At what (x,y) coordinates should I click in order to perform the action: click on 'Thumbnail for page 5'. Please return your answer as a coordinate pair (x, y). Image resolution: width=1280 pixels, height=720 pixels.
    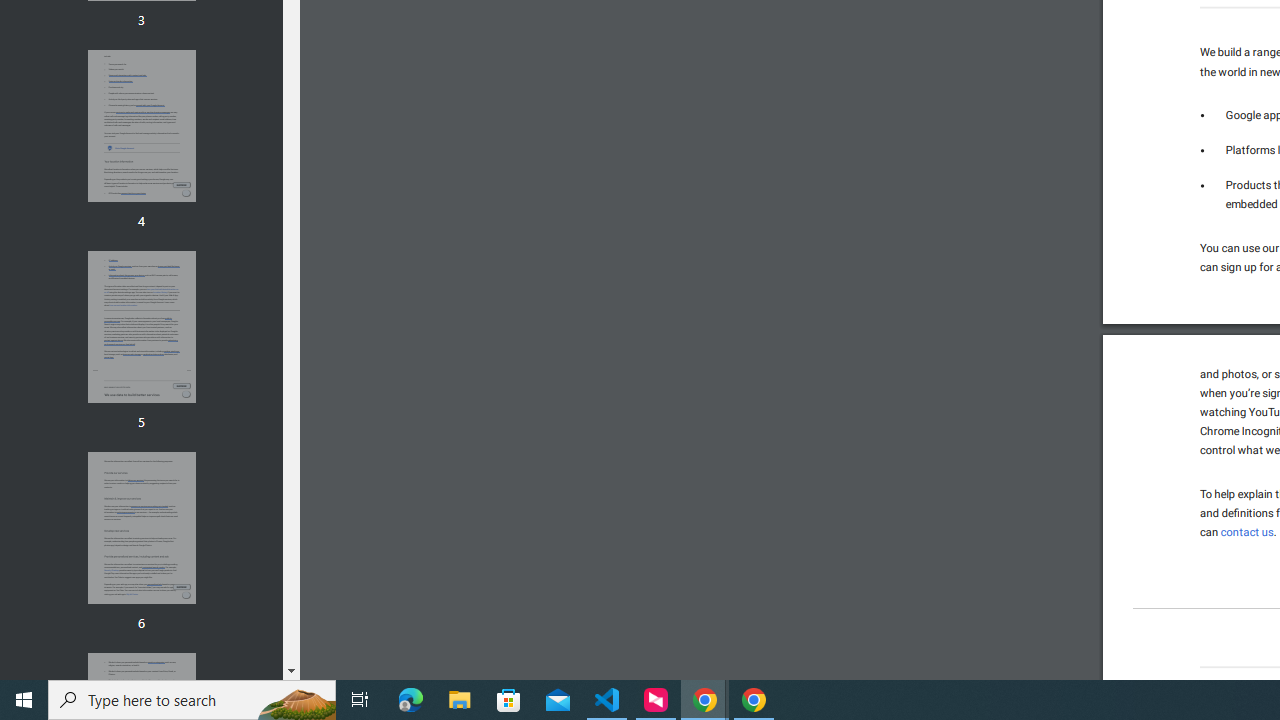
    Looking at the image, I should click on (140, 326).